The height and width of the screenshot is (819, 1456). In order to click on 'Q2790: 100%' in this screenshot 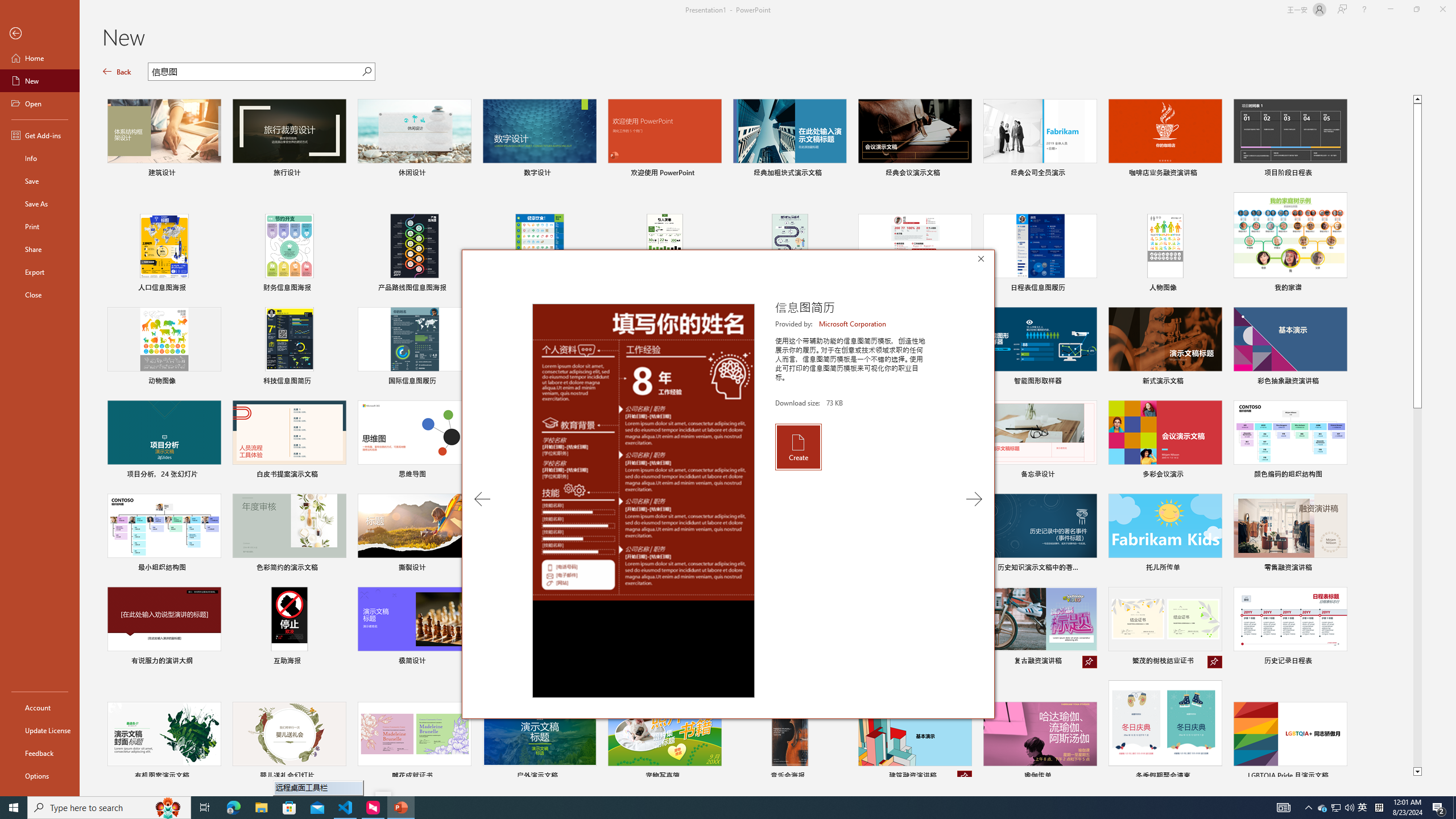, I will do `click(1363, 806)`.